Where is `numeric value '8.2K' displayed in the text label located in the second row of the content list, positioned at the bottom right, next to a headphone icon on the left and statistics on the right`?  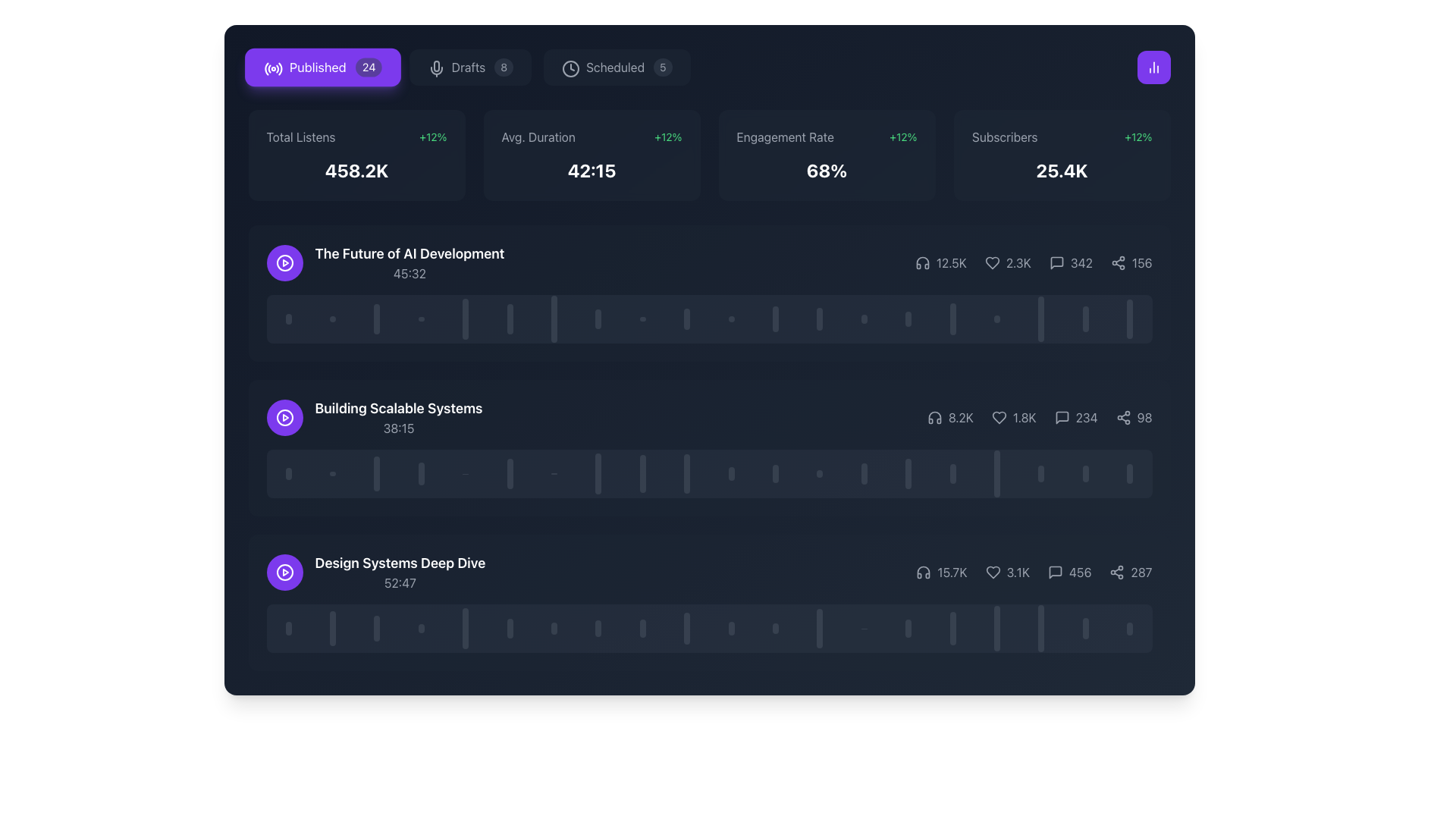
numeric value '8.2K' displayed in the text label located in the second row of the content list, positioned at the bottom right, next to a headphone icon on the left and statistics on the right is located at coordinates (960, 418).